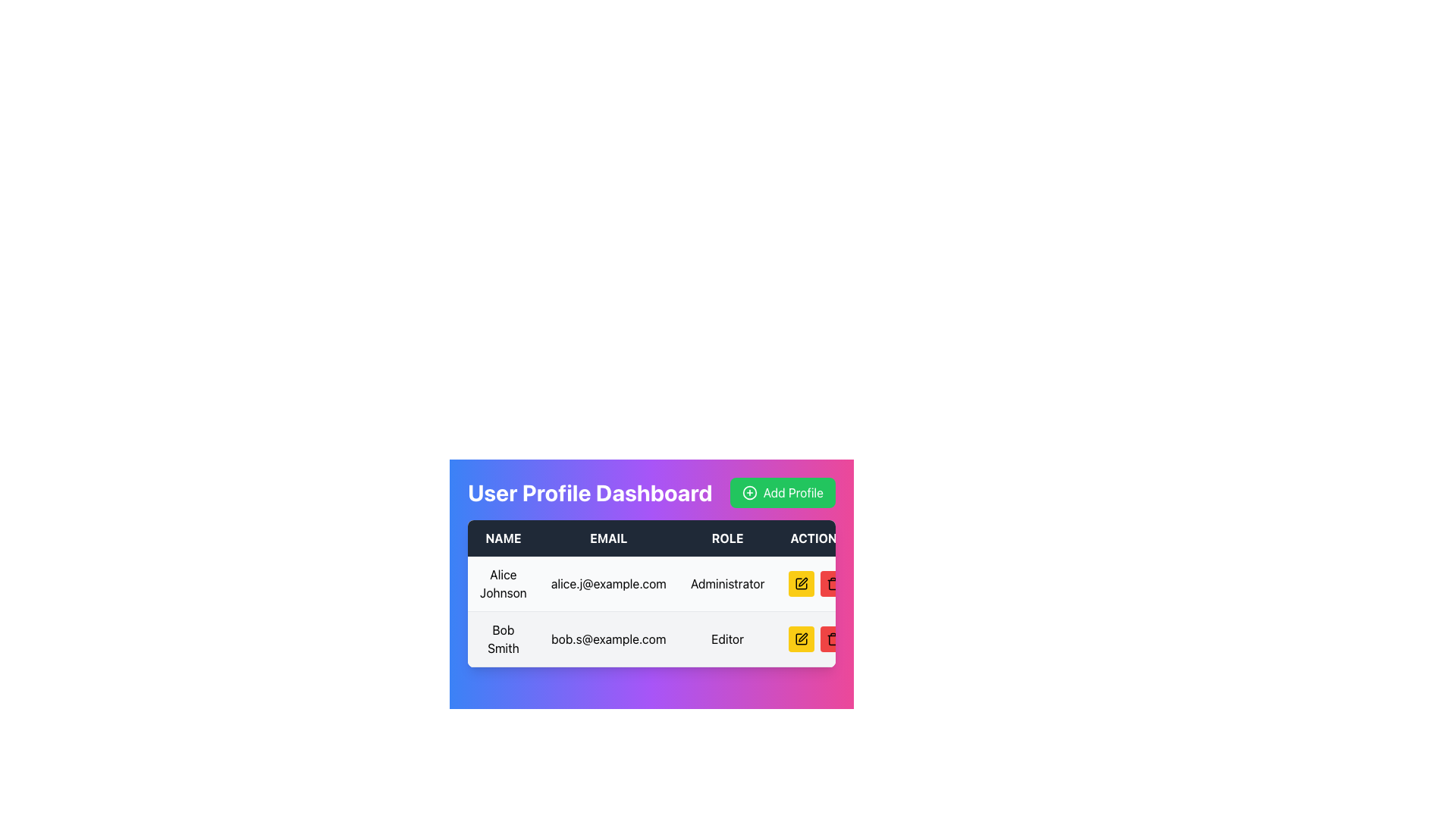  I want to click on the email address field displaying the email associated with 'Bob Smith' in the user profile table, located in the second row under the 'EMAIL' column, so click(608, 639).